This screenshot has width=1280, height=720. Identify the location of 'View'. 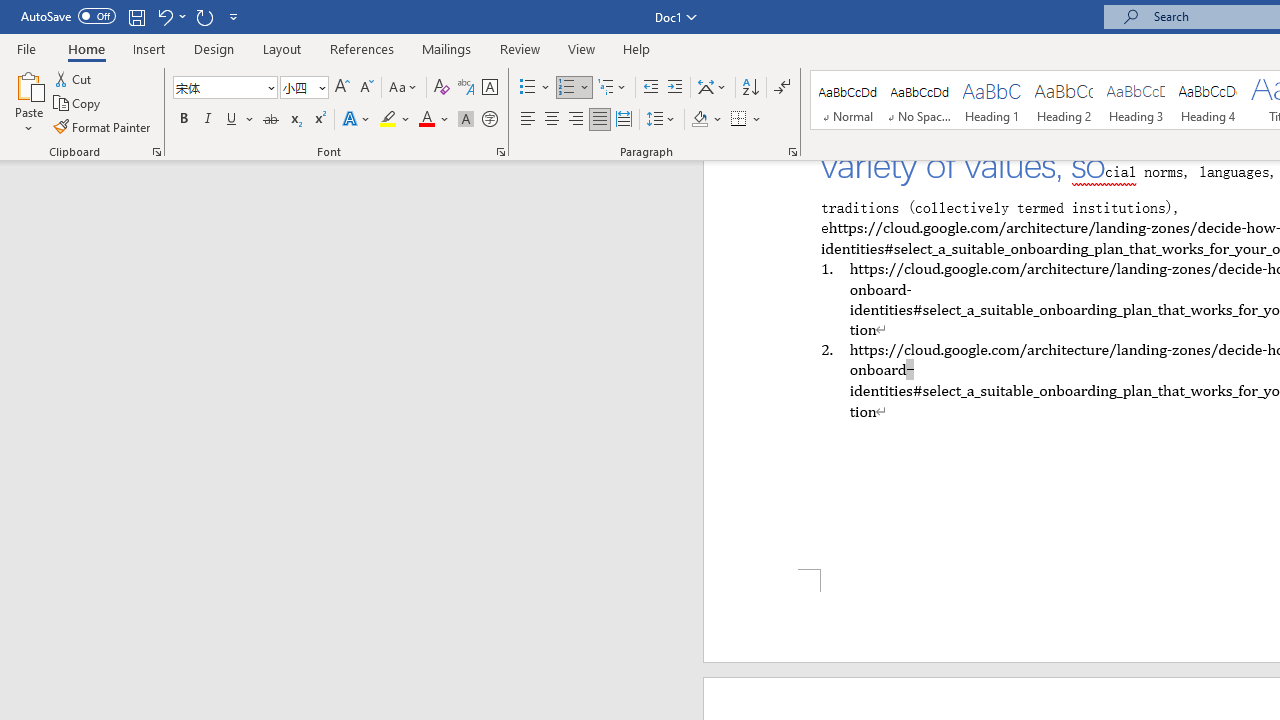
(581, 48).